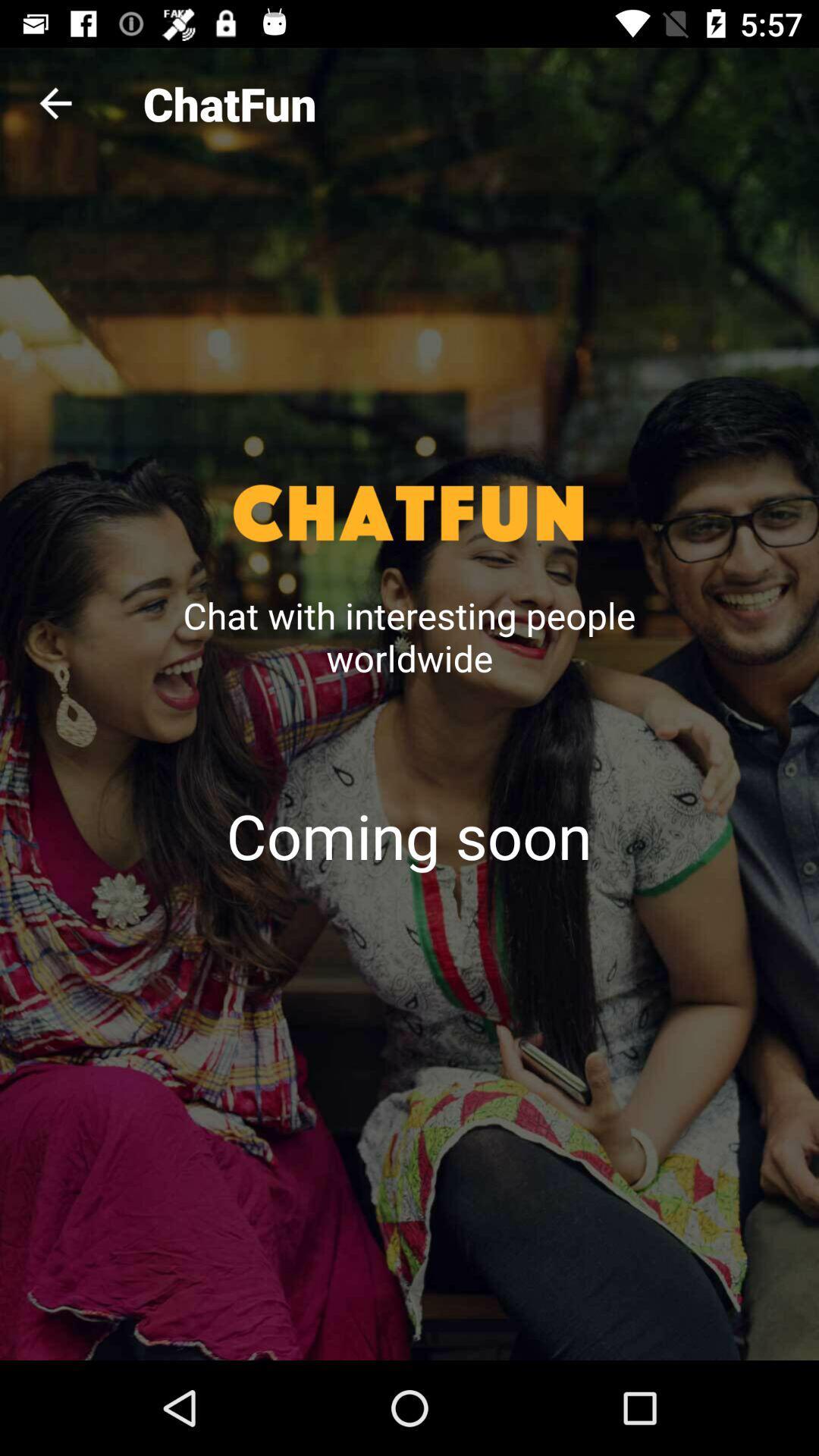  I want to click on item to the left of chatfun icon, so click(55, 102).